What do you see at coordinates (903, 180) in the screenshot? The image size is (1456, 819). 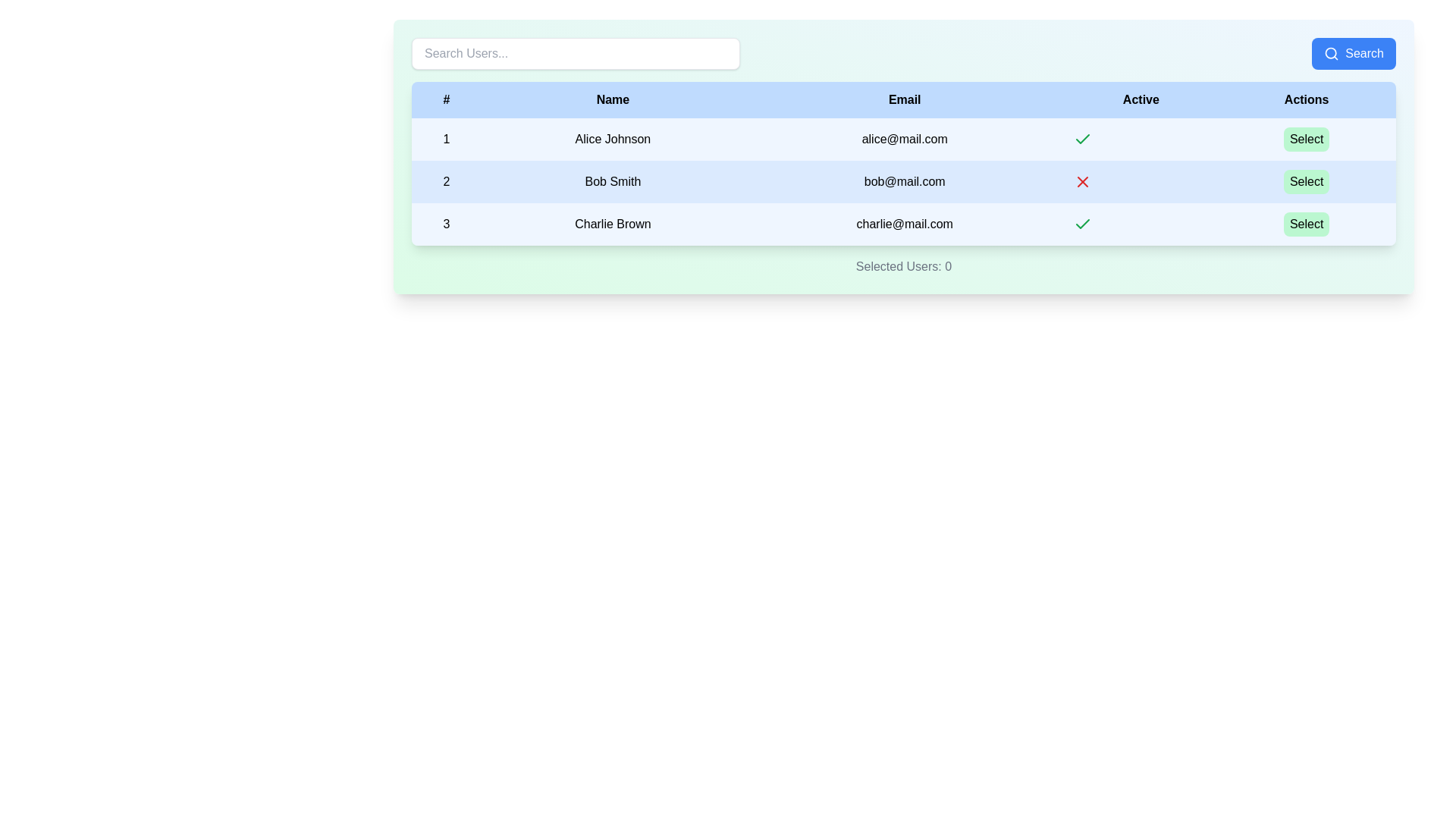 I see `the second row in the table, which contains the data '2', 'Bob Smith', 'bob@mail.com', and an interactive green 'Select' button` at bounding box center [903, 180].